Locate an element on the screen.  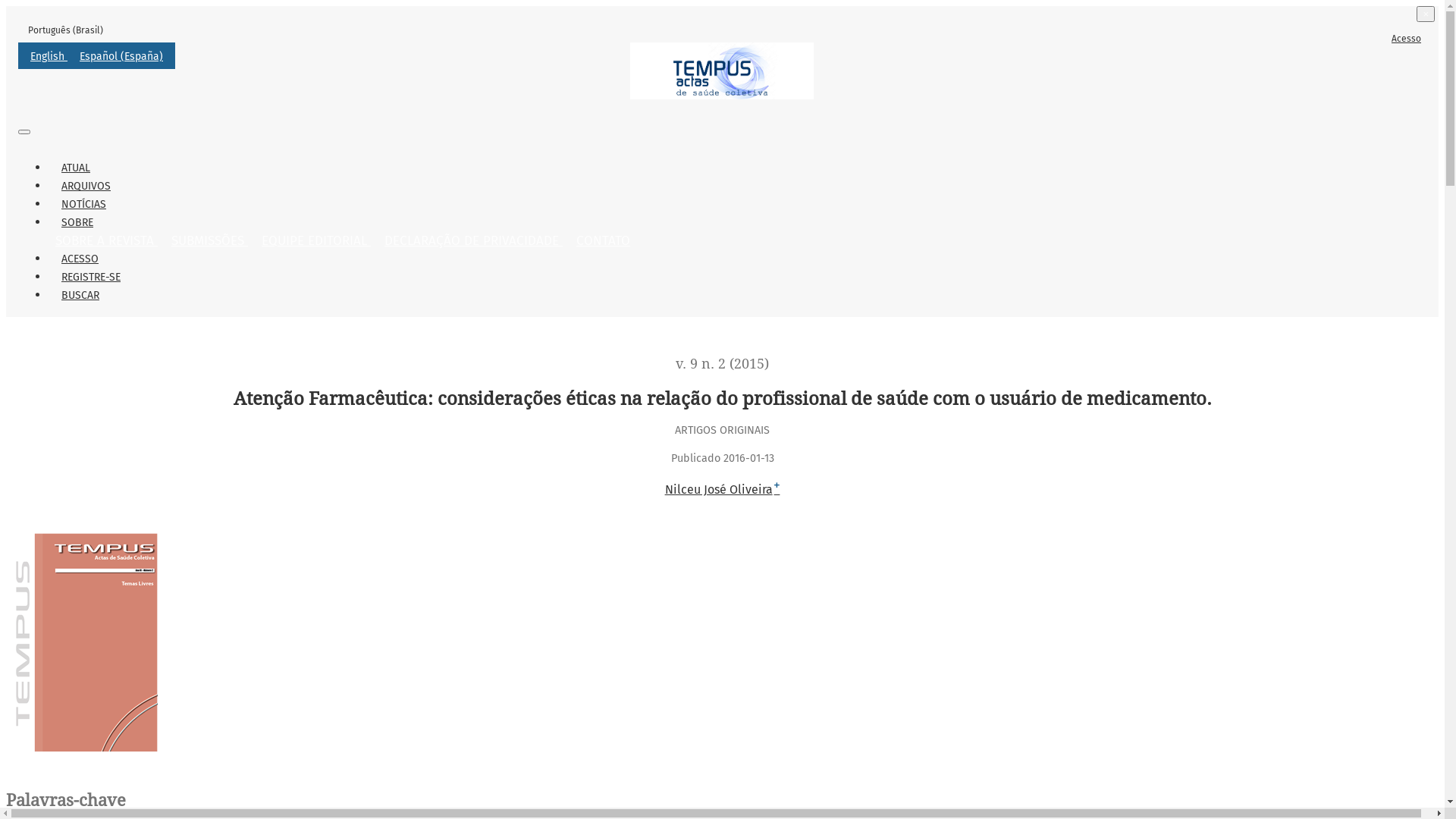
'ACESSO' is located at coordinates (79, 258).